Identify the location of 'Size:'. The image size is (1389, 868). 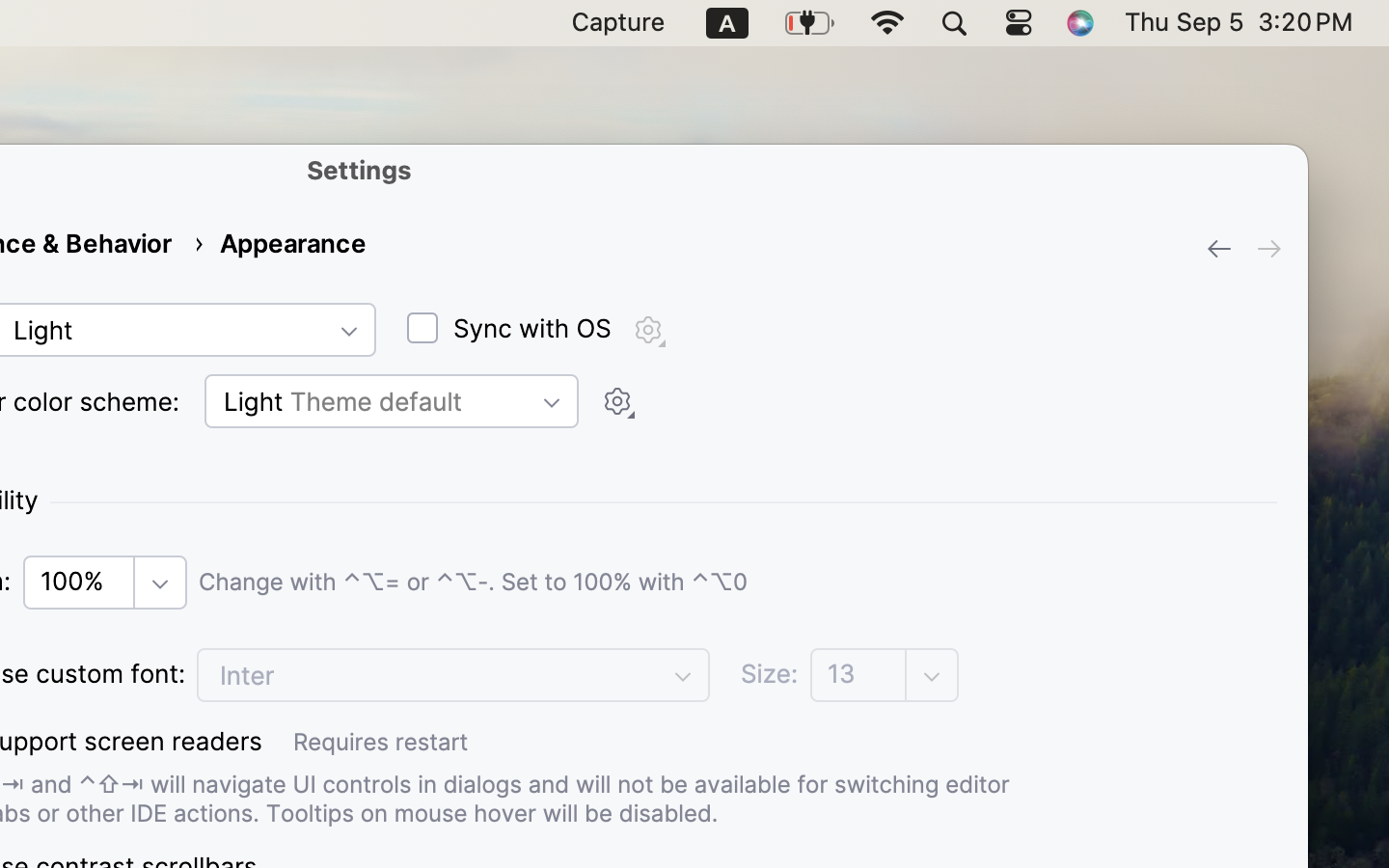
(770, 673).